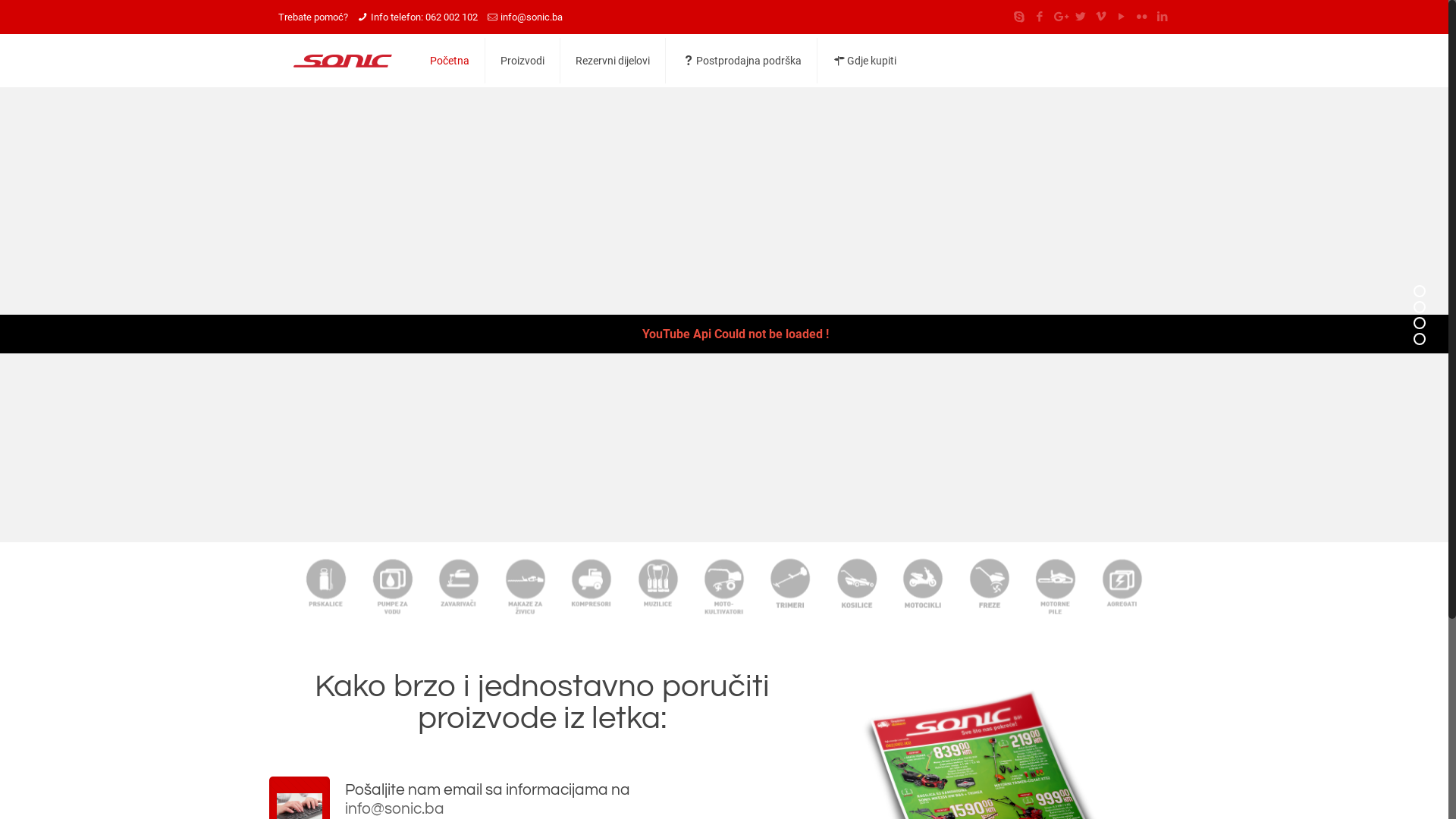 The width and height of the screenshot is (1456, 819). What do you see at coordinates (1100, 17) in the screenshot?
I see `'Vimeo'` at bounding box center [1100, 17].